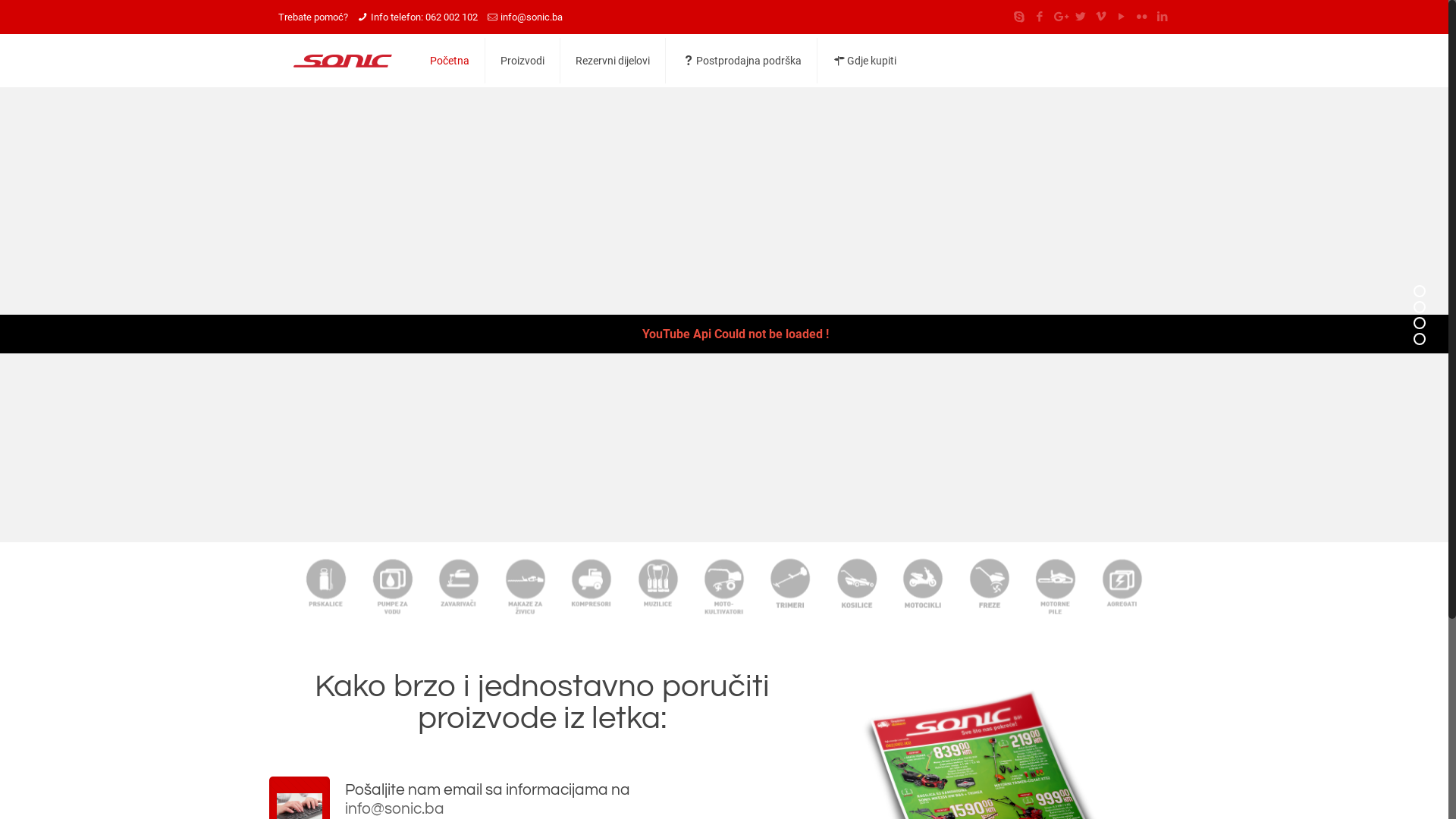 The width and height of the screenshot is (1456, 819). What do you see at coordinates (1100, 17) in the screenshot?
I see `'Vimeo'` at bounding box center [1100, 17].